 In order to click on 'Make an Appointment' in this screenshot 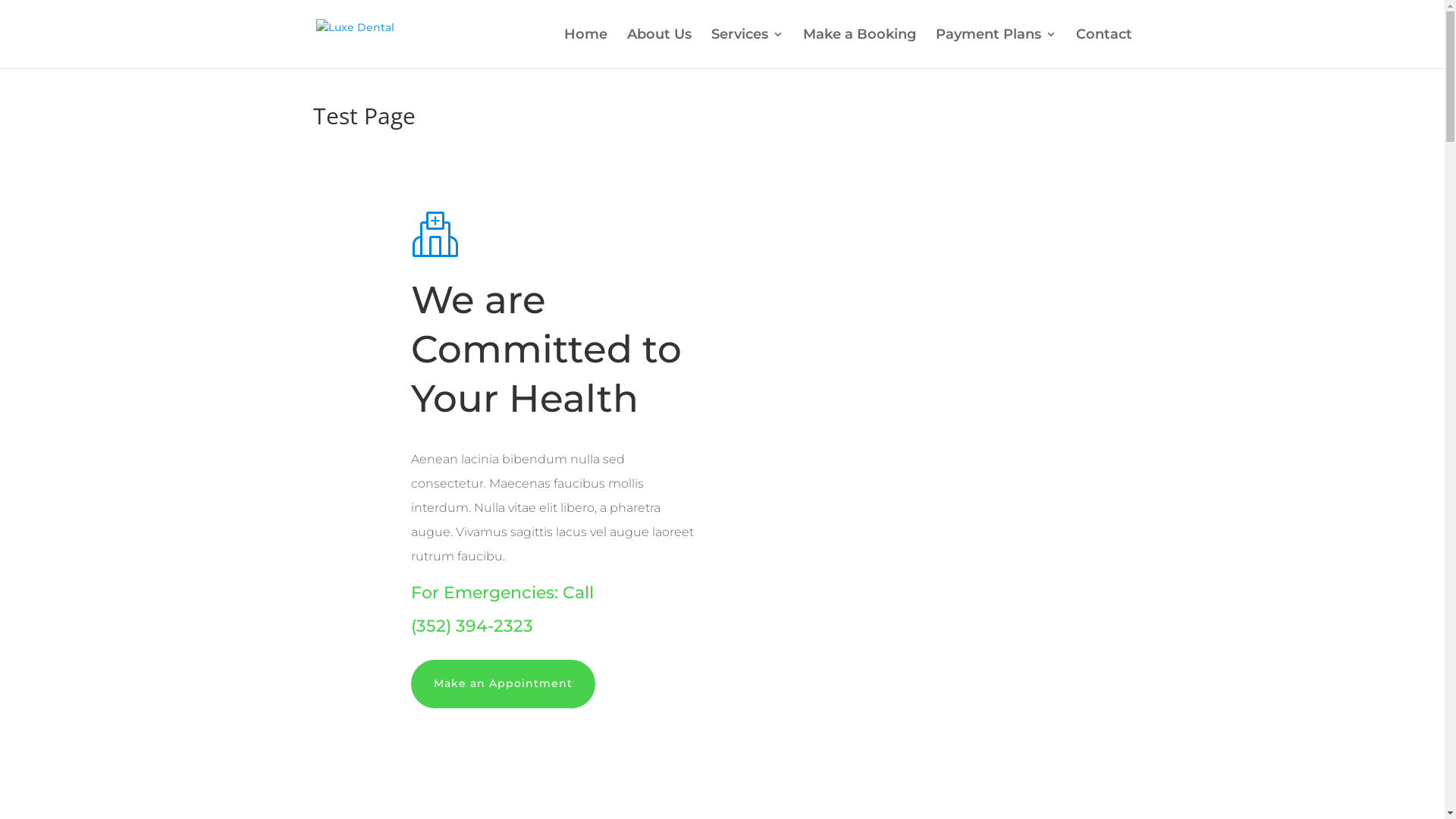, I will do `click(503, 684)`.